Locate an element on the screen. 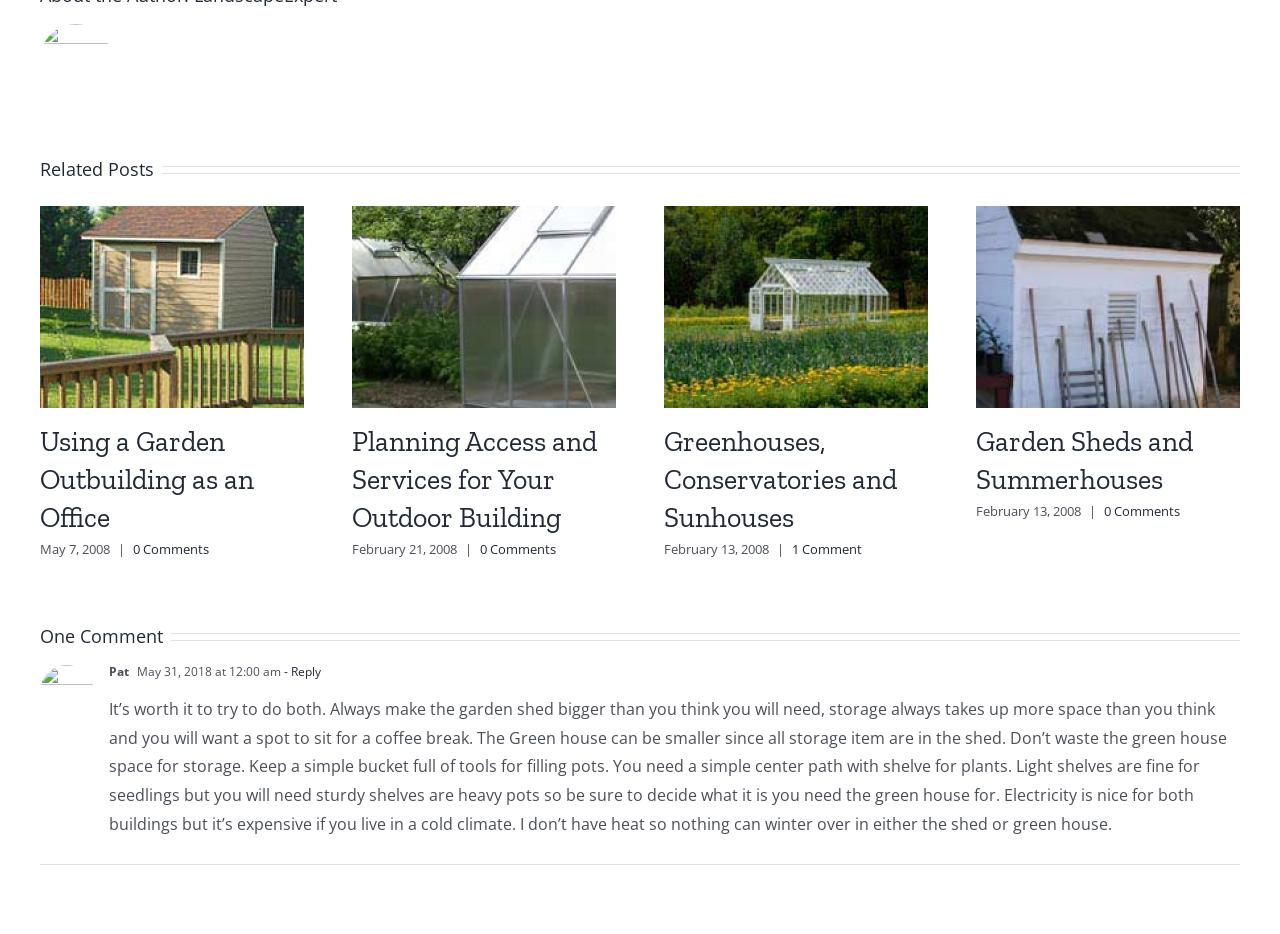 The height and width of the screenshot is (934, 1280). '1 Comment' is located at coordinates (827, 549).